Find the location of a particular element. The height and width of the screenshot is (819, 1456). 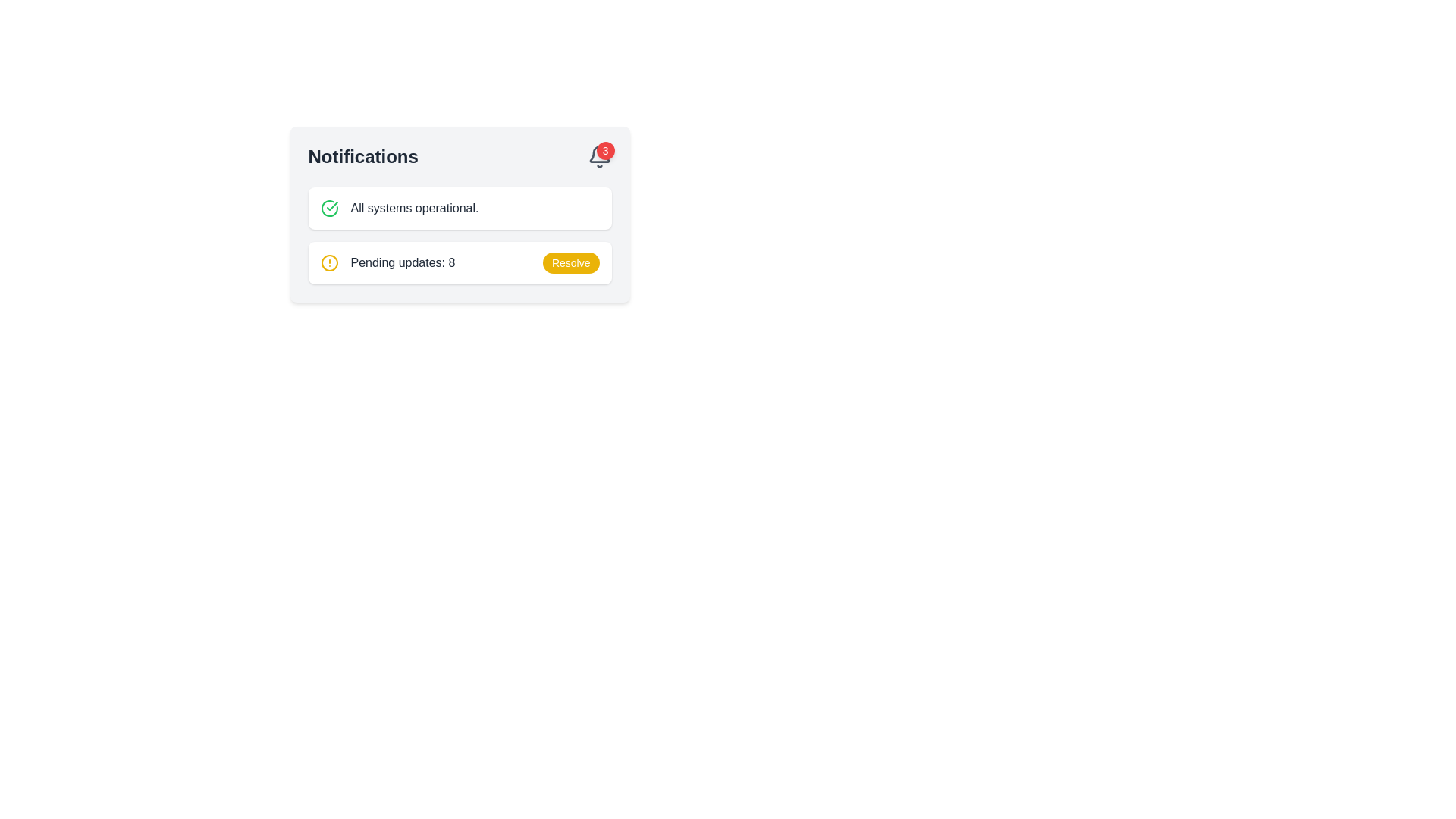

the circular yellow icon located to the left of the text 'Pending updates: 8' is located at coordinates (328, 262).